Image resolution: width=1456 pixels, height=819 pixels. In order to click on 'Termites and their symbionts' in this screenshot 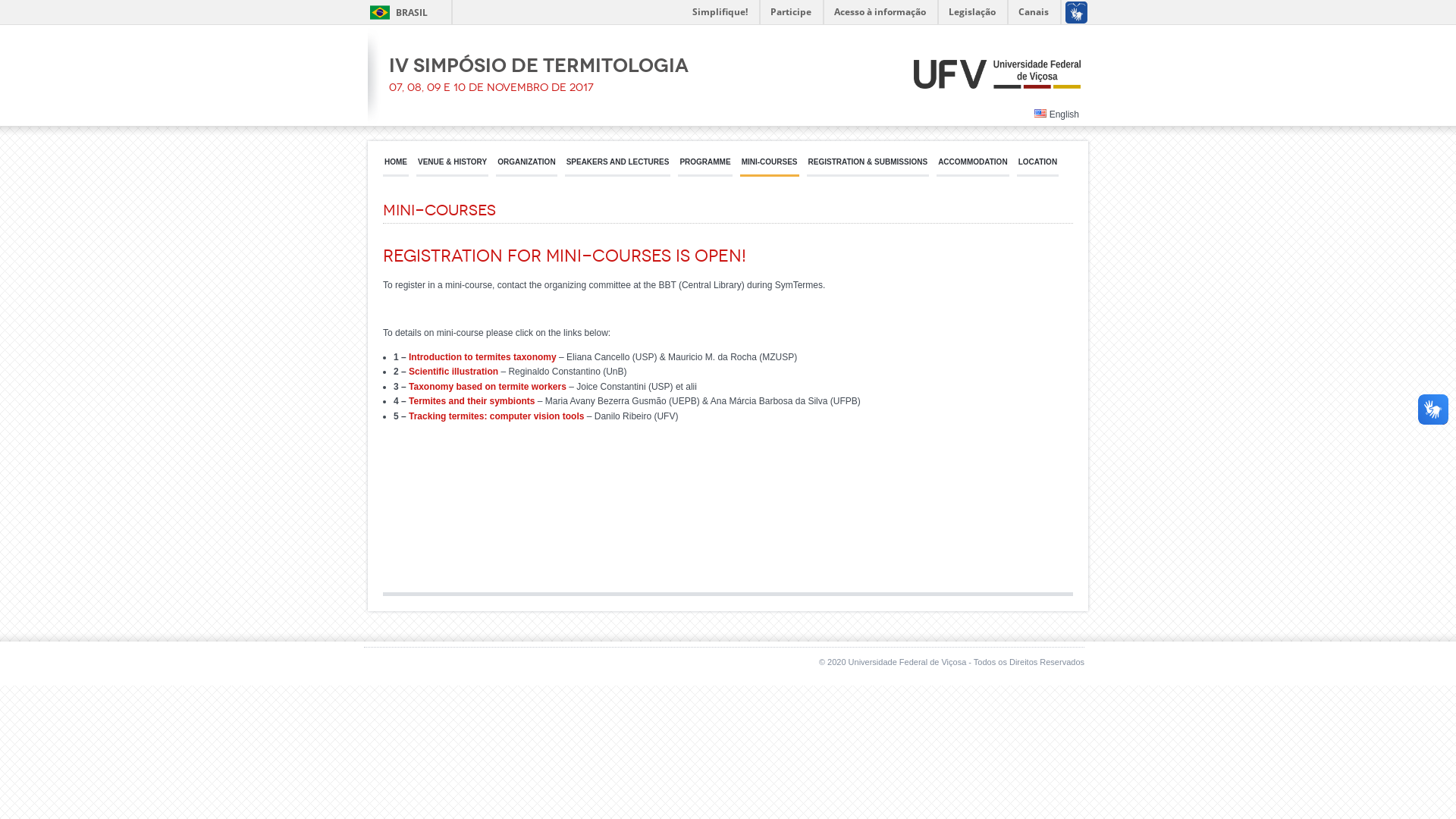, I will do `click(471, 400)`.